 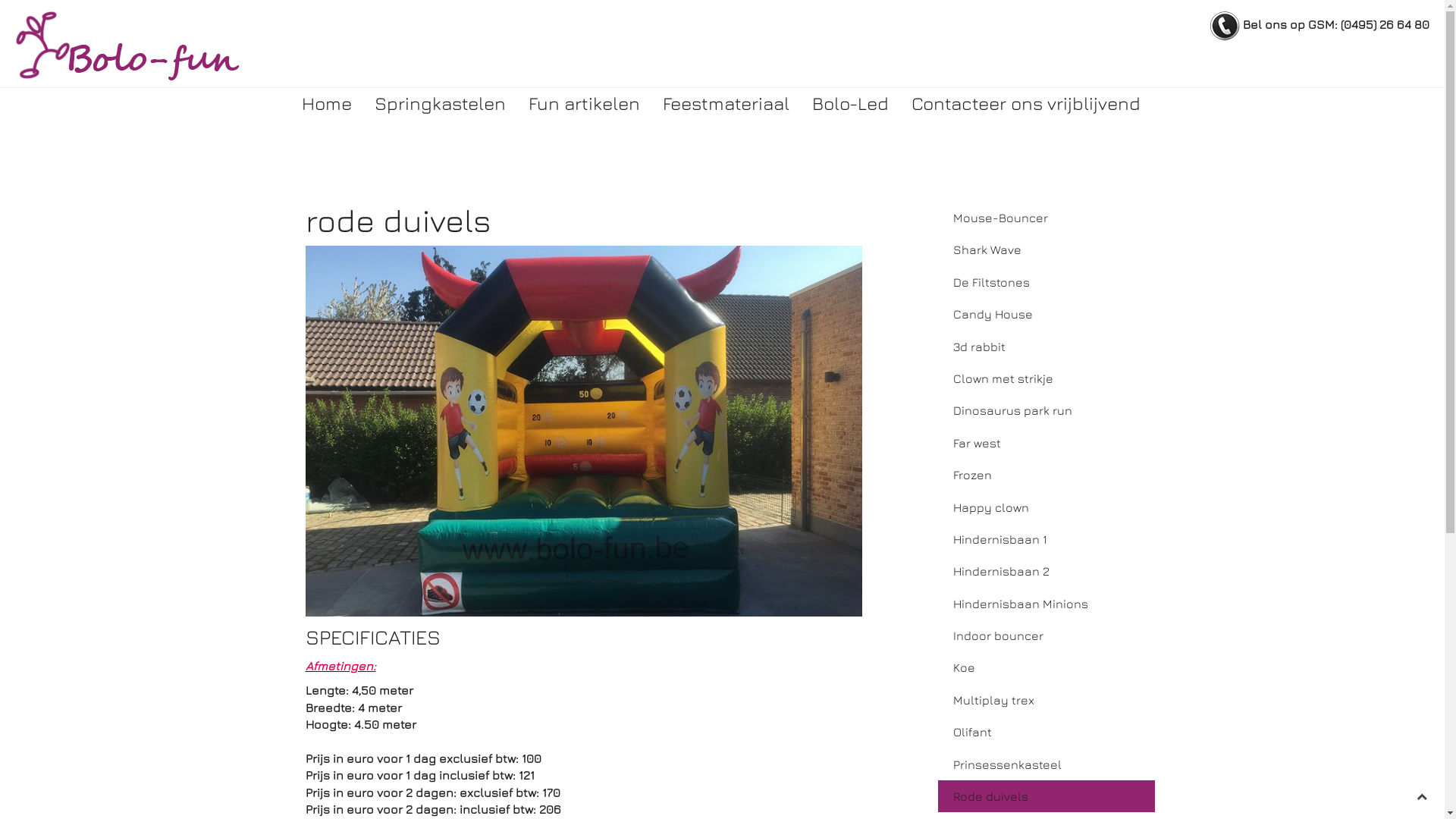 What do you see at coordinates (325, 102) in the screenshot?
I see `'Home'` at bounding box center [325, 102].